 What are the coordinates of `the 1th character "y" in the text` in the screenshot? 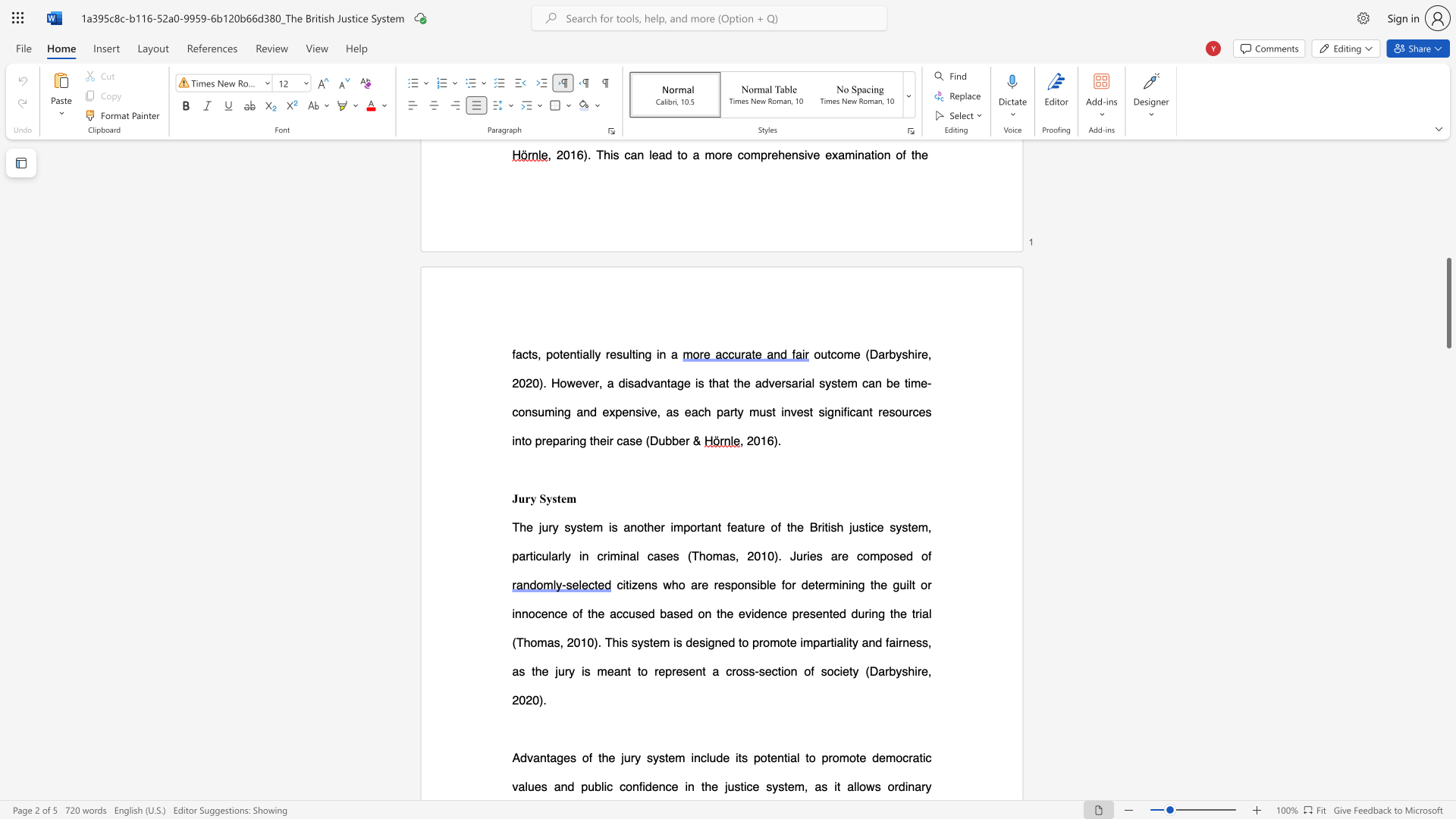 It's located at (533, 498).